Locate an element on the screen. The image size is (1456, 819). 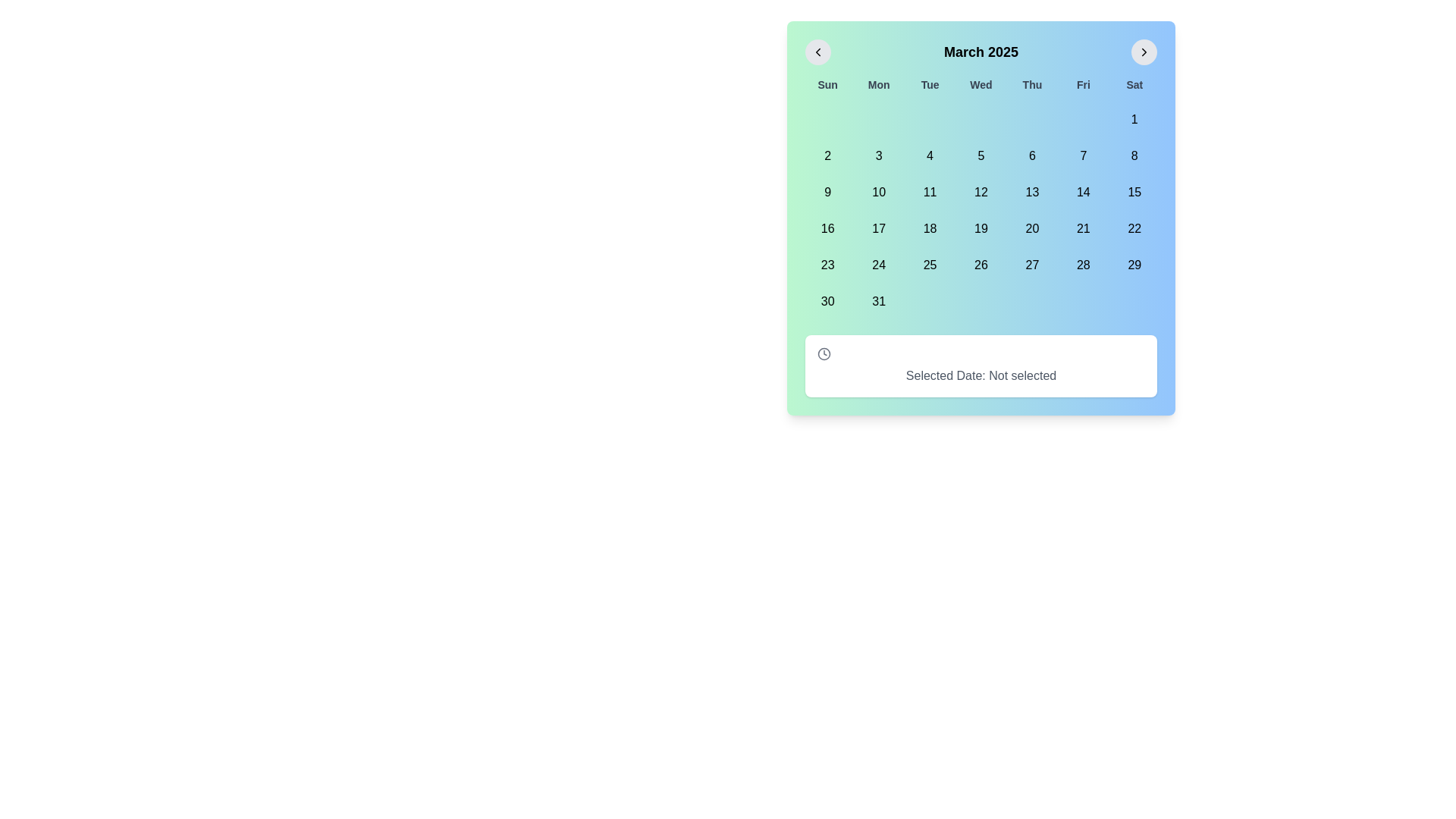
the circular button with the text '3' is located at coordinates (879, 155).